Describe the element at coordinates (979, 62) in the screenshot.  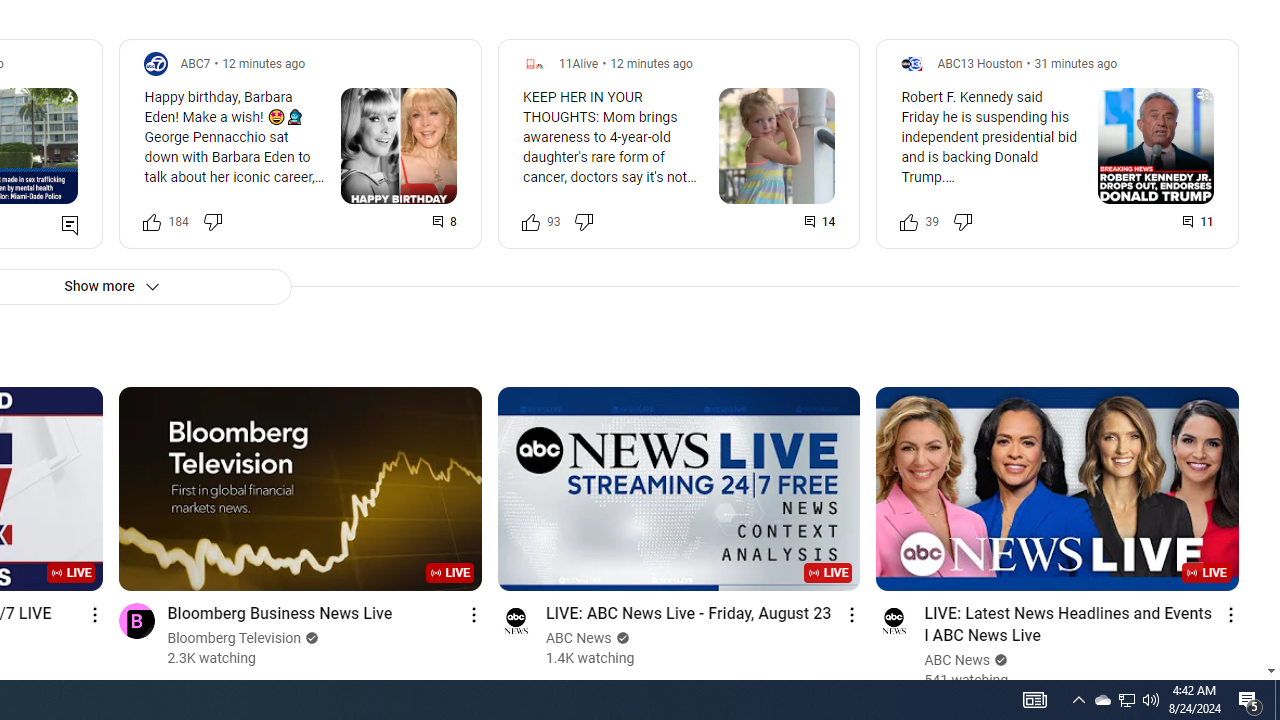
I see `'ABC13 Houston'` at that location.